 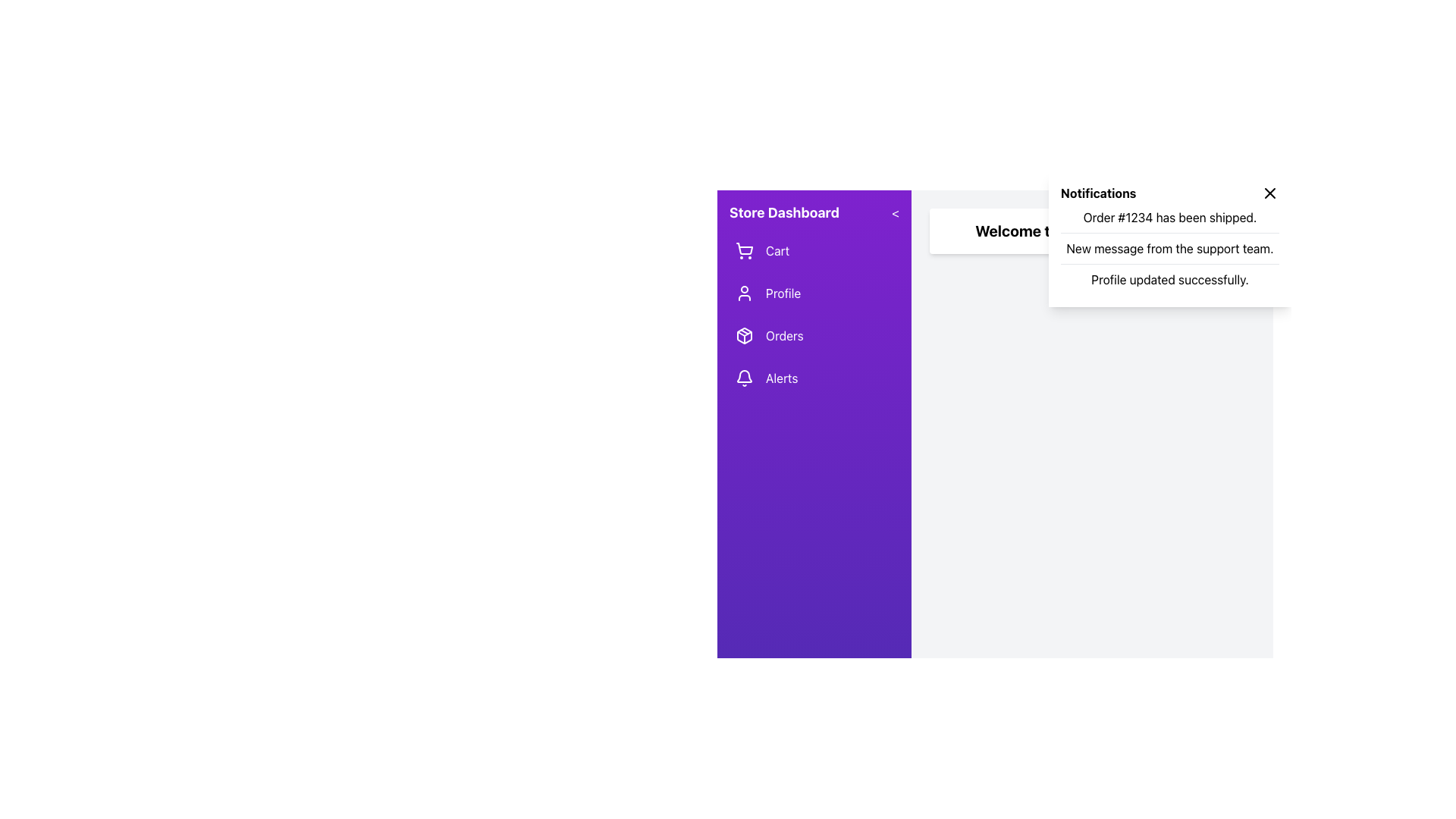 I want to click on the navigation menu located, so click(x=814, y=314).